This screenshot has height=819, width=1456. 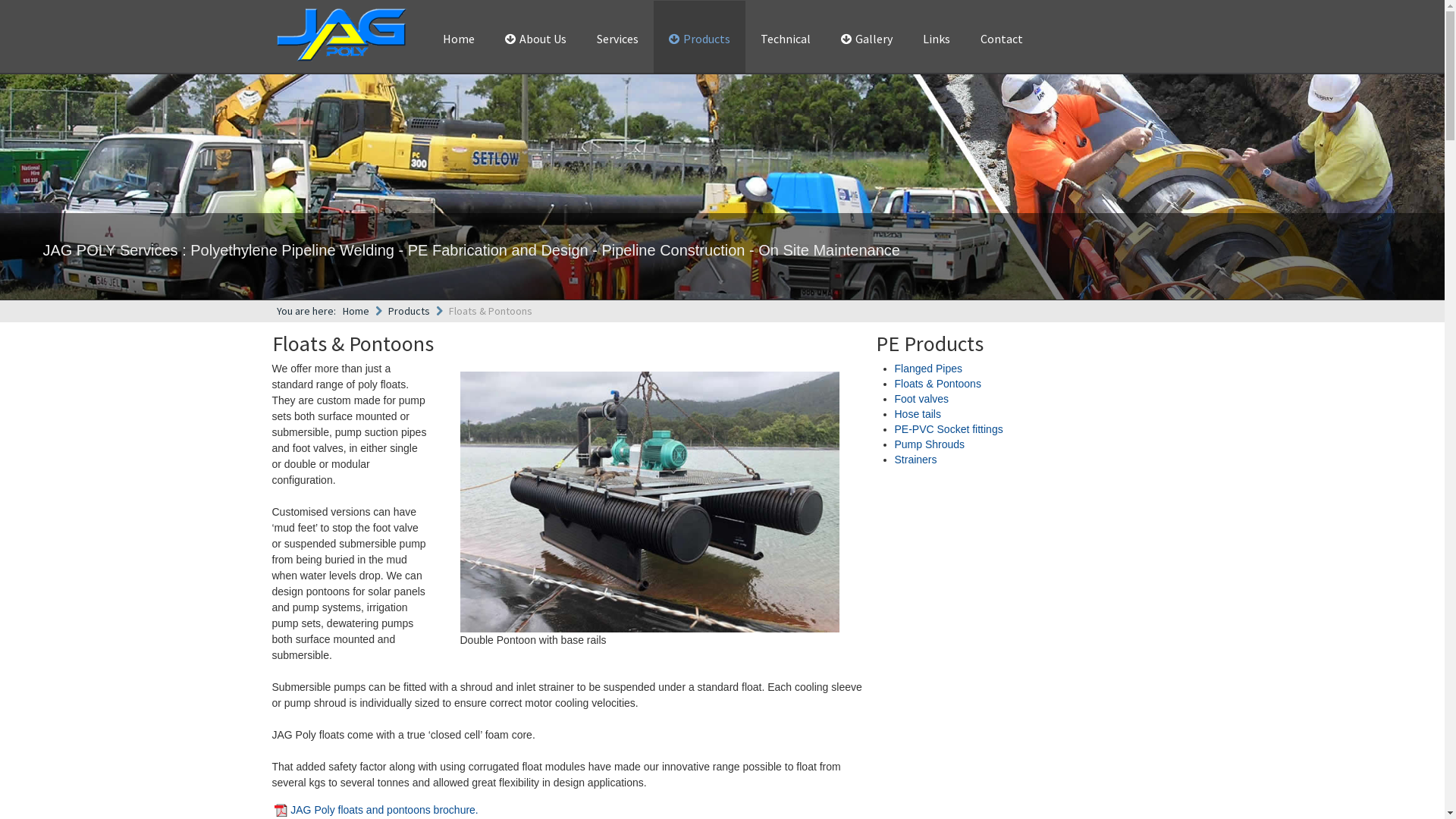 I want to click on 'Hose tails', so click(x=917, y=414).